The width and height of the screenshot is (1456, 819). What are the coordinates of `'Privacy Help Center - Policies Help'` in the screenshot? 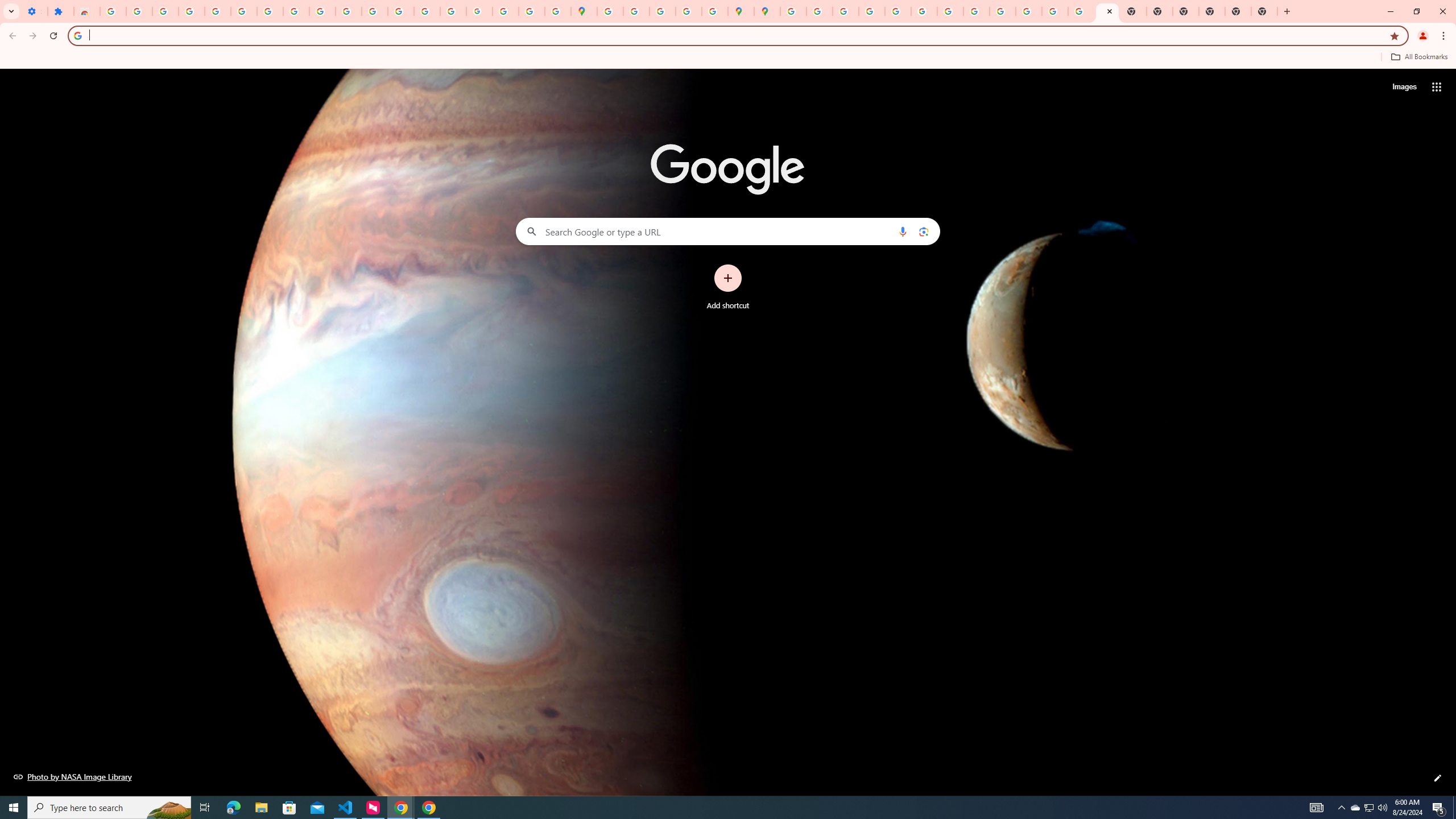 It's located at (845, 11).